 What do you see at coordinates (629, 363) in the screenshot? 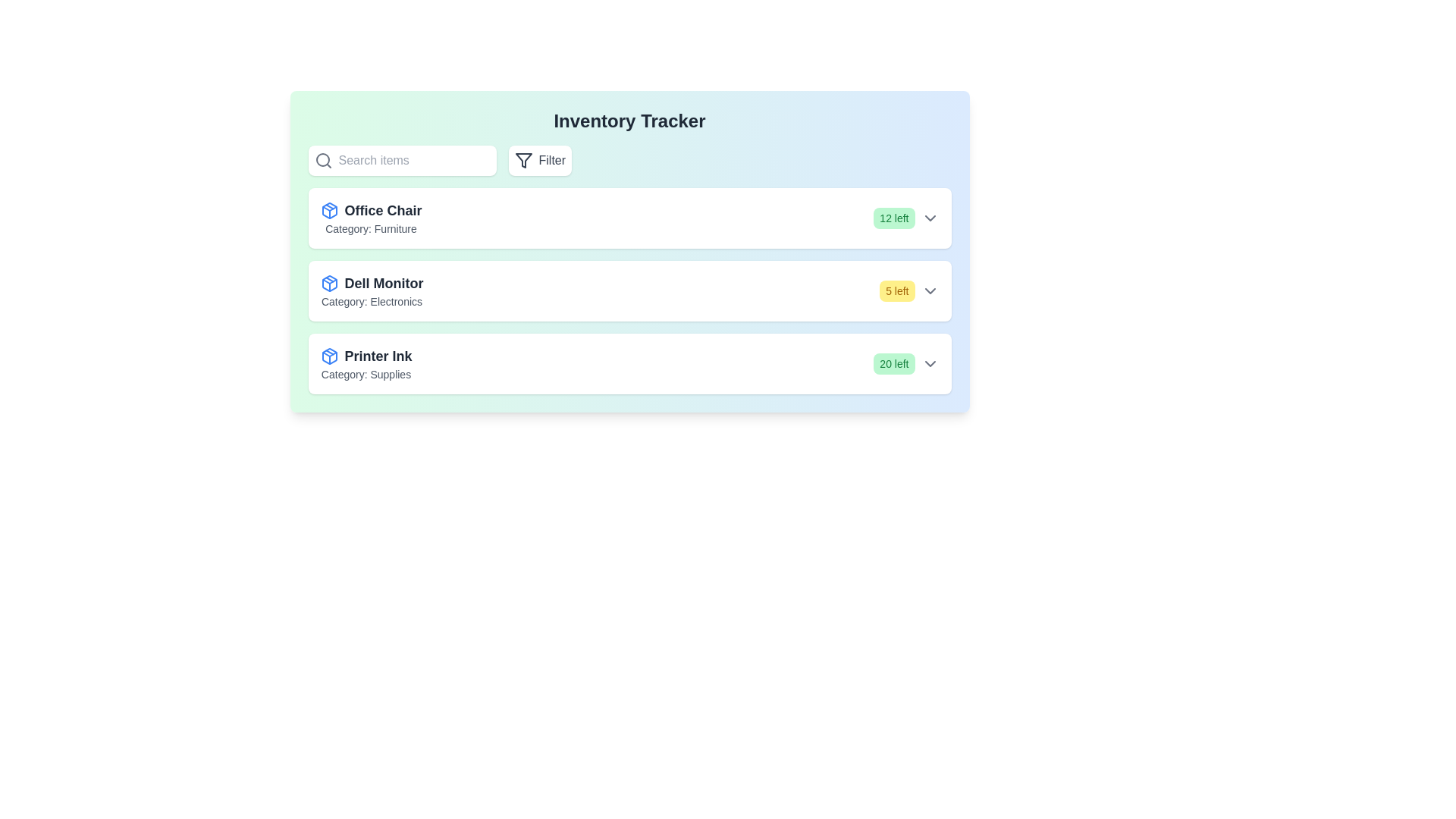
I see `the list entry corresponding to Printer Ink to view its details` at bounding box center [629, 363].